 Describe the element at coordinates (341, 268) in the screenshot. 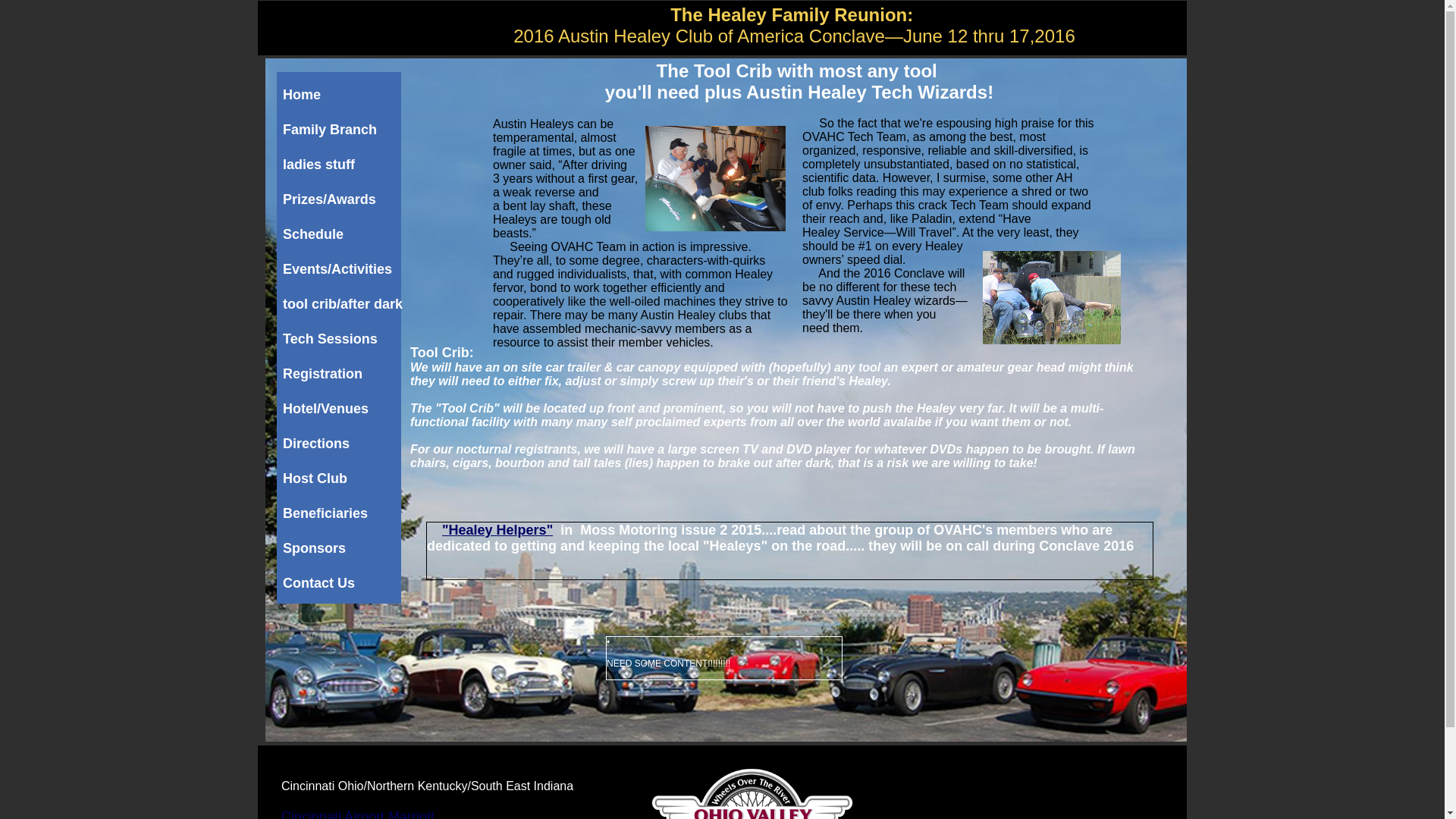

I see `'Events/Activities'` at that location.